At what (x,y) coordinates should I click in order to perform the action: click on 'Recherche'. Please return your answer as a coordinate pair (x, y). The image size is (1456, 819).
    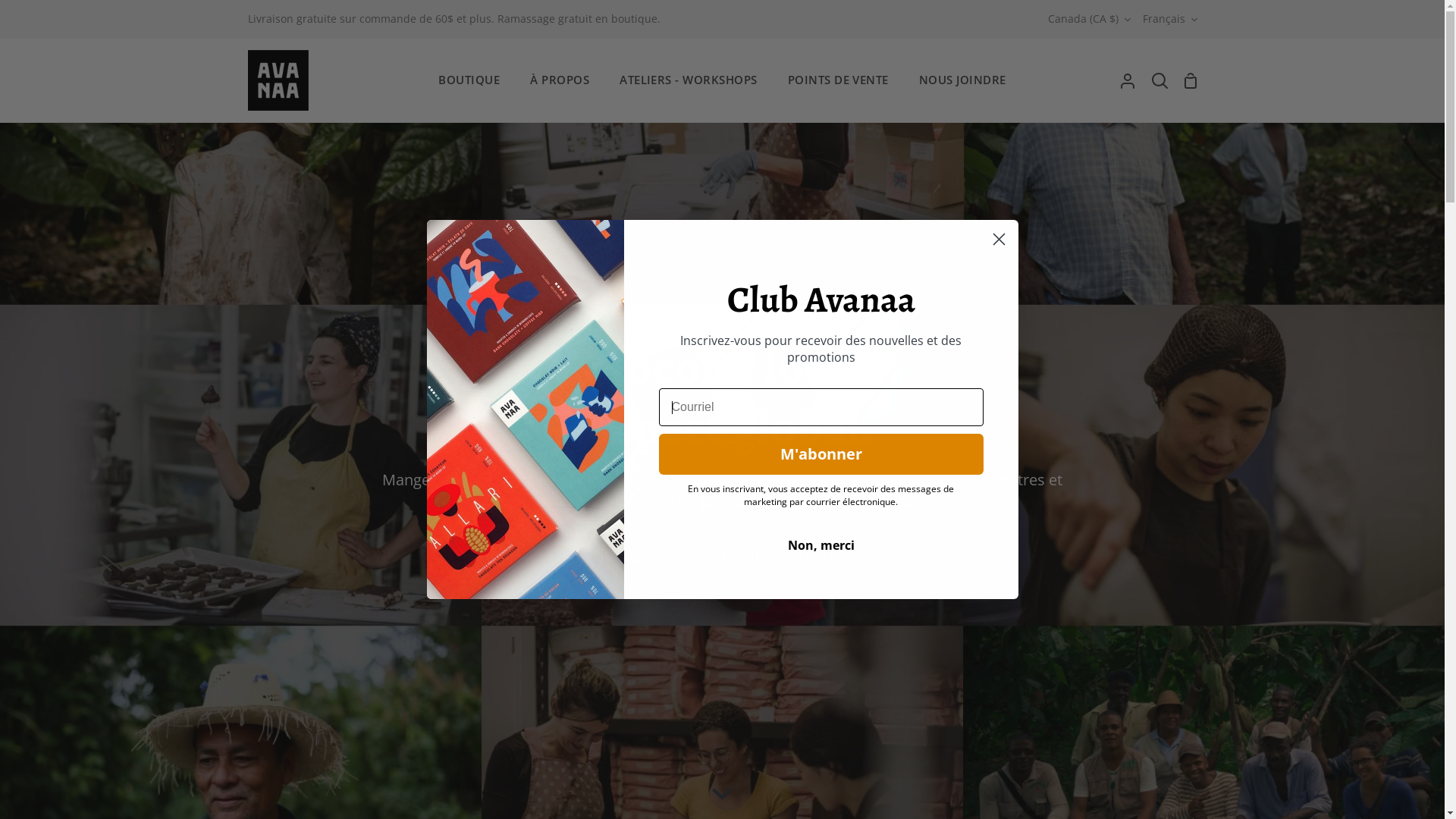
    Looking at the image, I should click on (1159, 80).